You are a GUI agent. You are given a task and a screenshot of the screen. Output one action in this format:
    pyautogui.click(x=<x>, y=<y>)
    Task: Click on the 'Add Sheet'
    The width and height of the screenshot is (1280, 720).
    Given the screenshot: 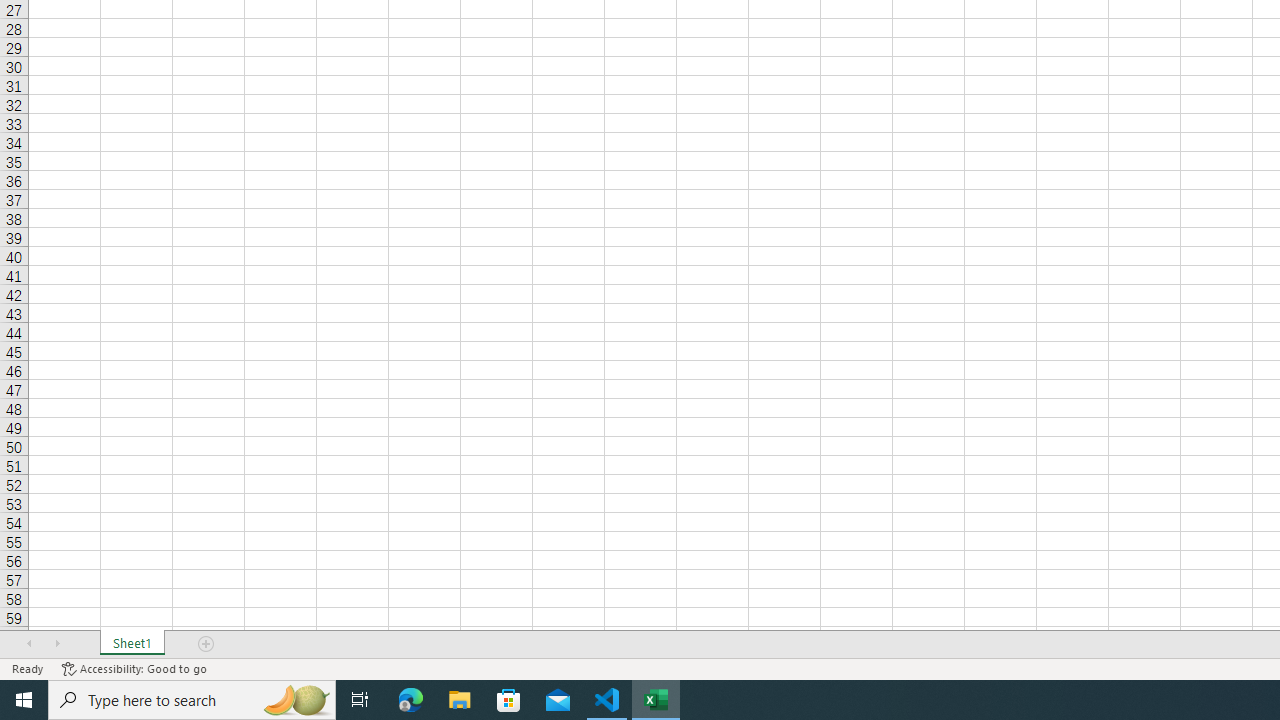 What is the action you would take?
    pyautogui.click(x=207, y=644)
    